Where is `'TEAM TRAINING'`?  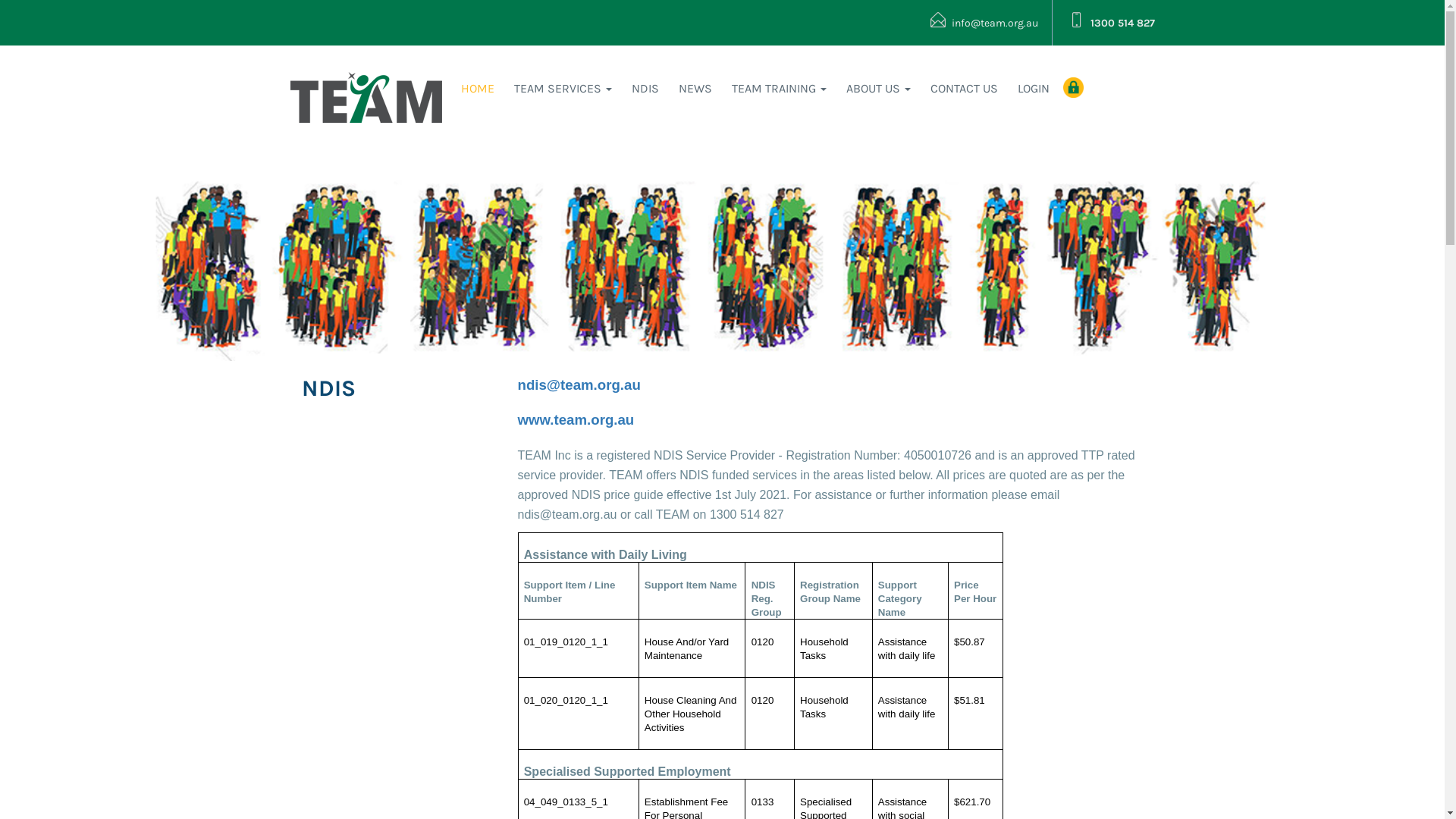 'TEAM TRAINING' is located at coordinates (720, 88).